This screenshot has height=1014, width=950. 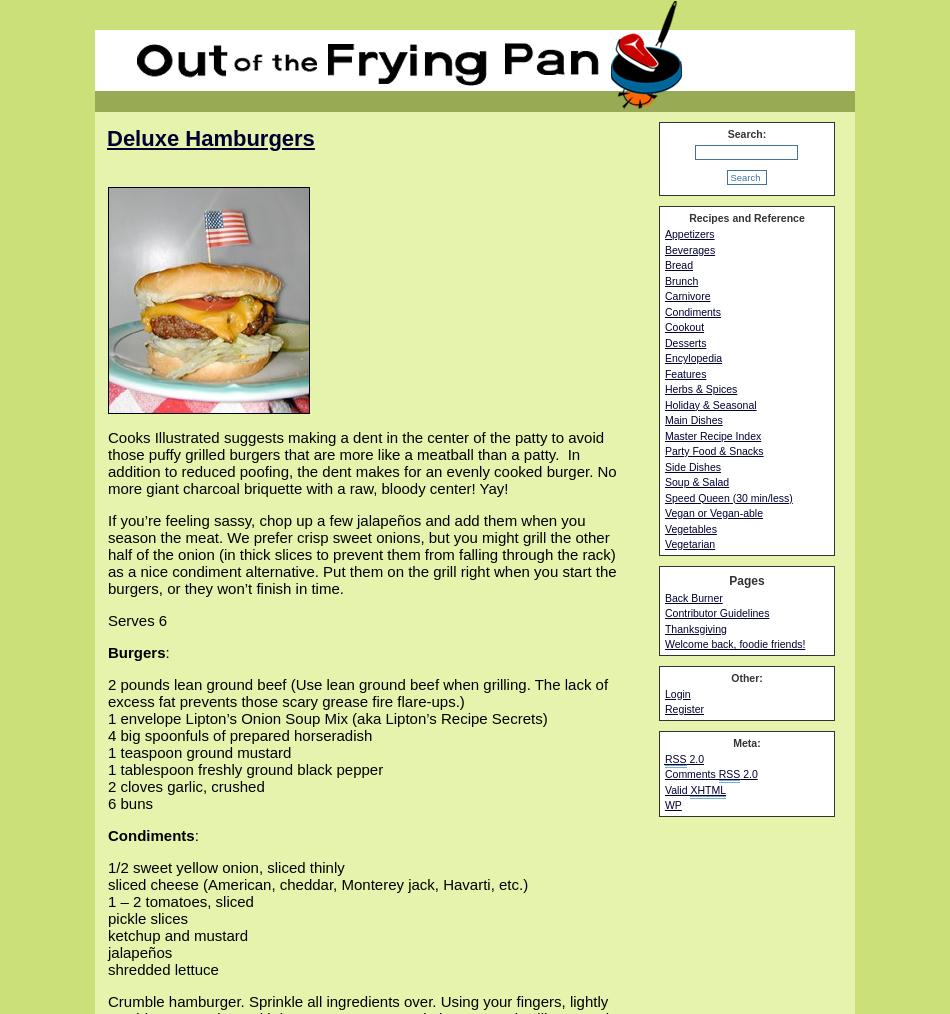 I want to click on '1 envelope Lipton’s Onion Soup Mix (aka Lipton’s Recipe Secrets)', so click(x=326, y=717).